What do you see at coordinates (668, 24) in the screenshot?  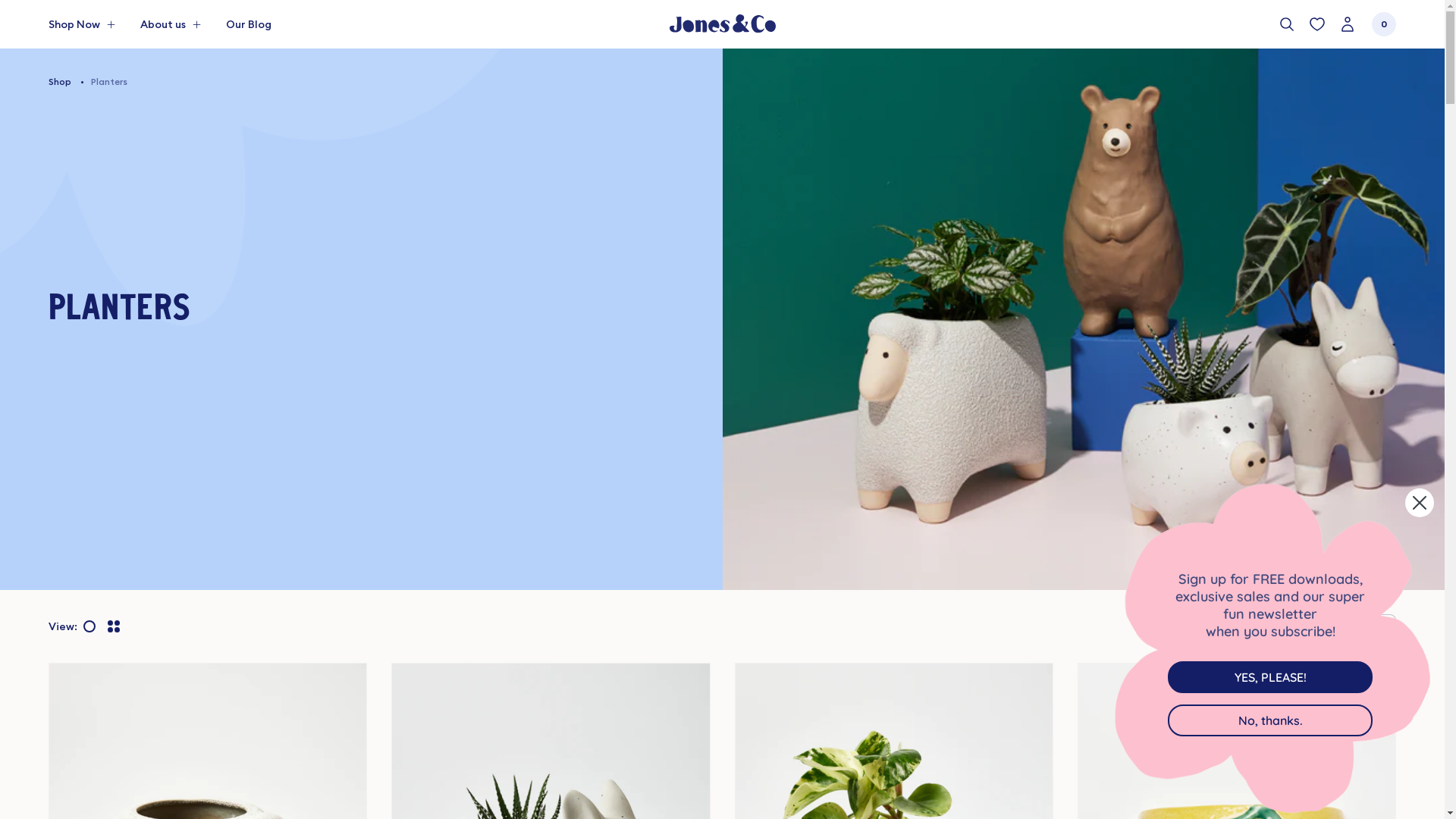 I see `'Jones & Co` at bounding box center [668, 24].